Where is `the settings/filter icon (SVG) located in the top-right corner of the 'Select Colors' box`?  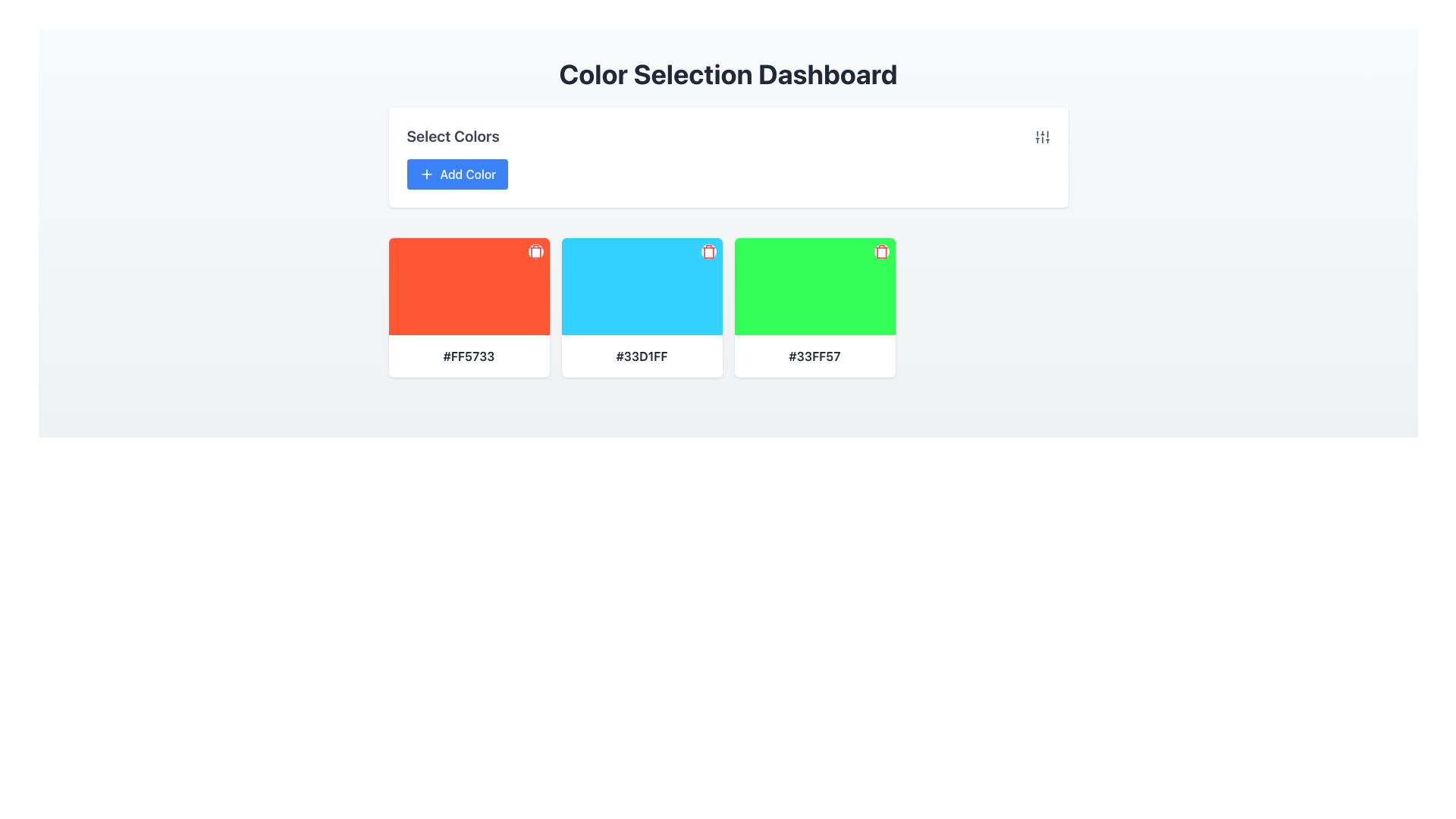 the settings/filter icon (SVG) located in the top-right corner of the 'Select Colors' box is located at coordinates (1041, 137).